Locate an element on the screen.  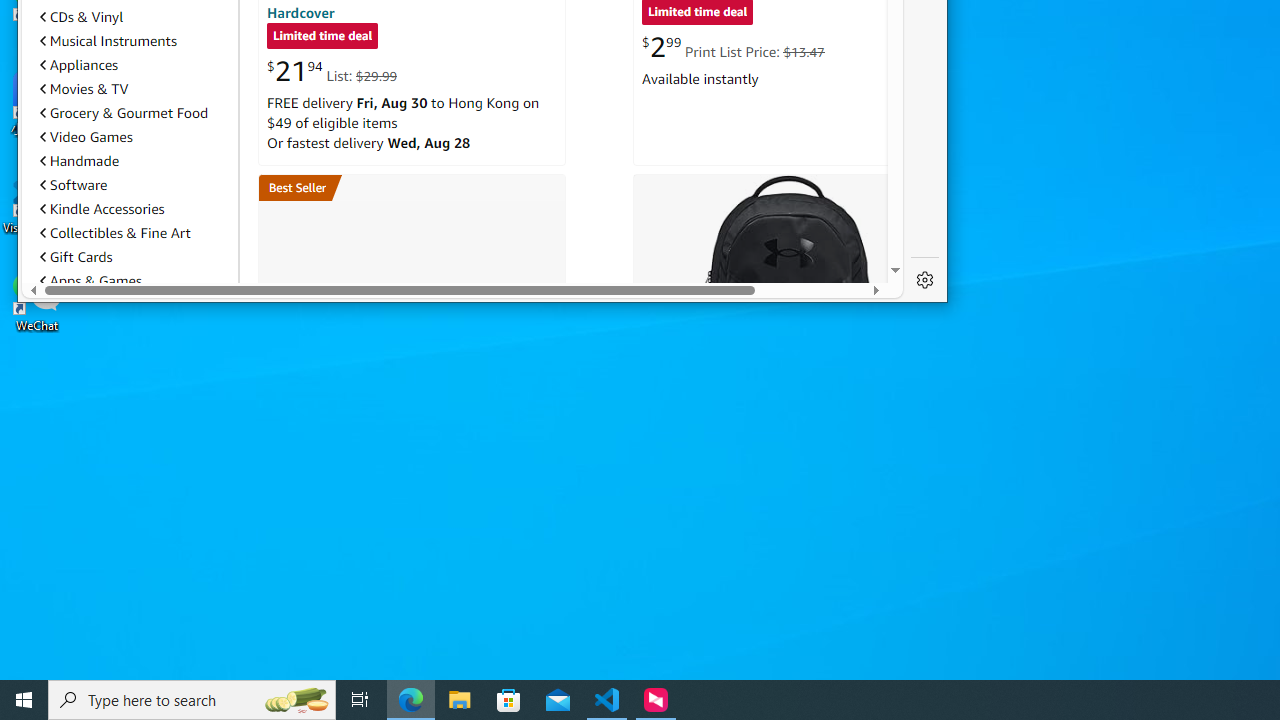
'Handmade' is located at coordinates (134, 160).